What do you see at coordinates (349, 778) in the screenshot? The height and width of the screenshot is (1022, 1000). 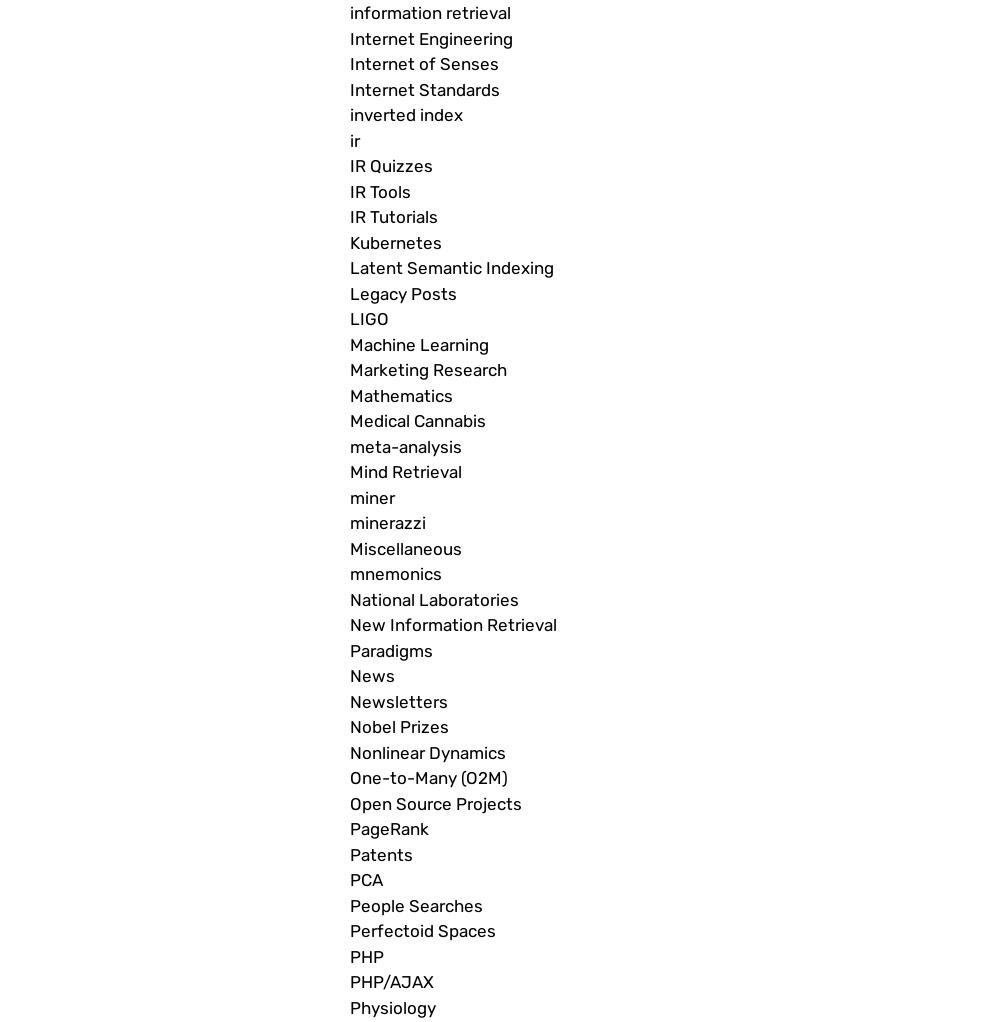 I see `'One-to-Many (O2M)'` at bounding box center [349, 778].